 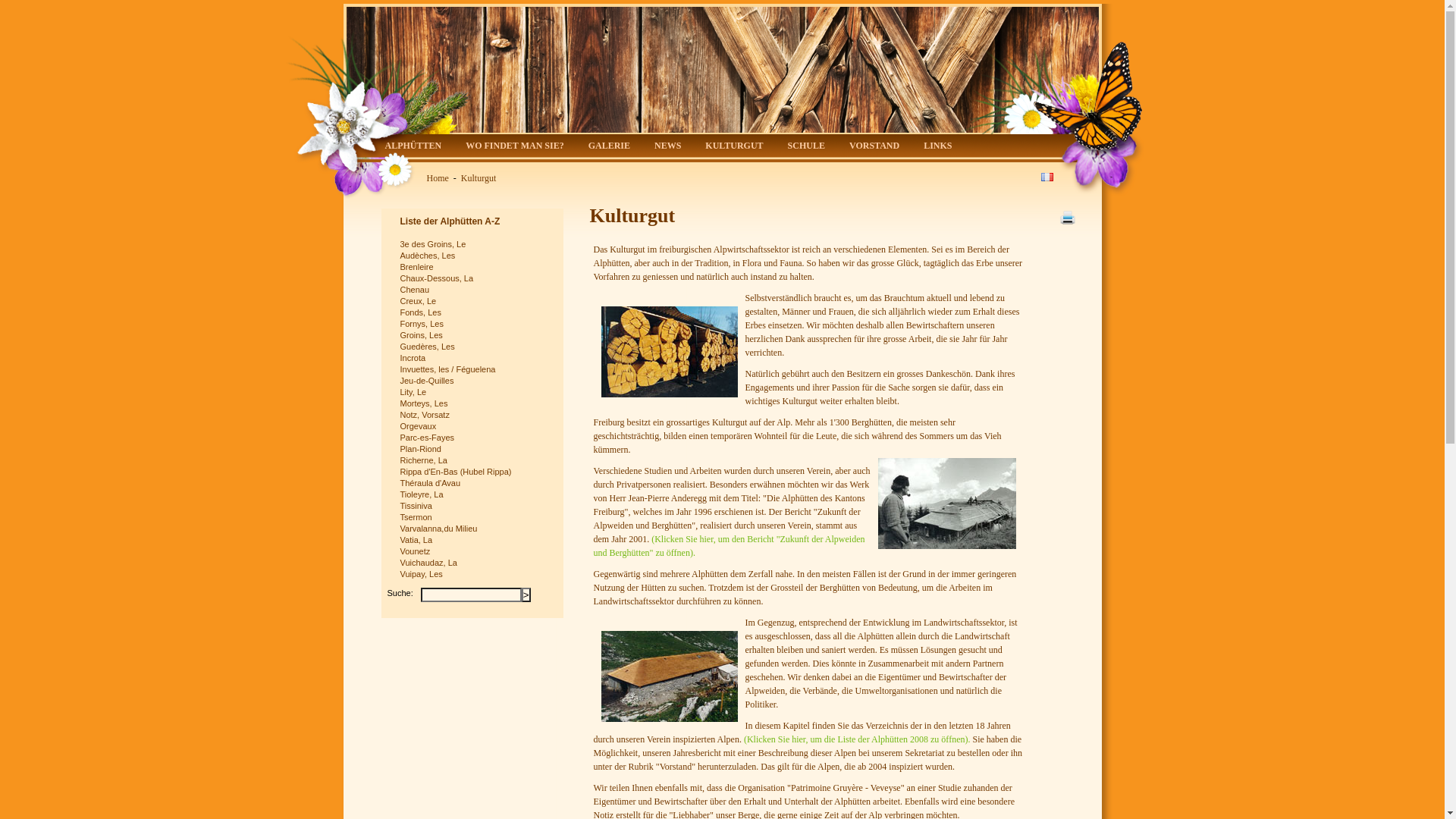 I want to click on 'Brenleire', so click(x=473, y=266).